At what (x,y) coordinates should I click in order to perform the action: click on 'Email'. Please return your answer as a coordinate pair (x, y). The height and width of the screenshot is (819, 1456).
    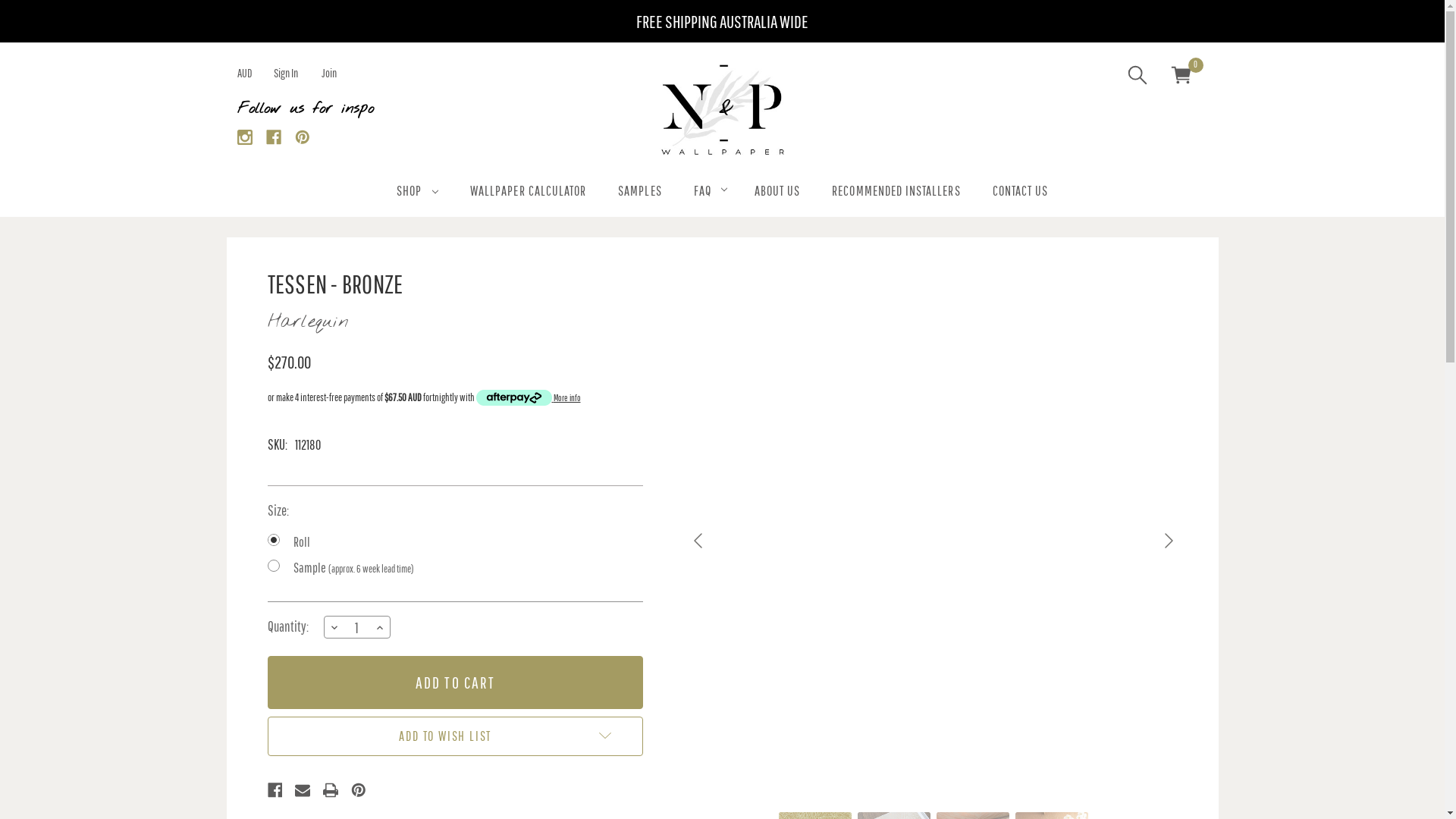
    Looking at the image, I should click on (302, 789).